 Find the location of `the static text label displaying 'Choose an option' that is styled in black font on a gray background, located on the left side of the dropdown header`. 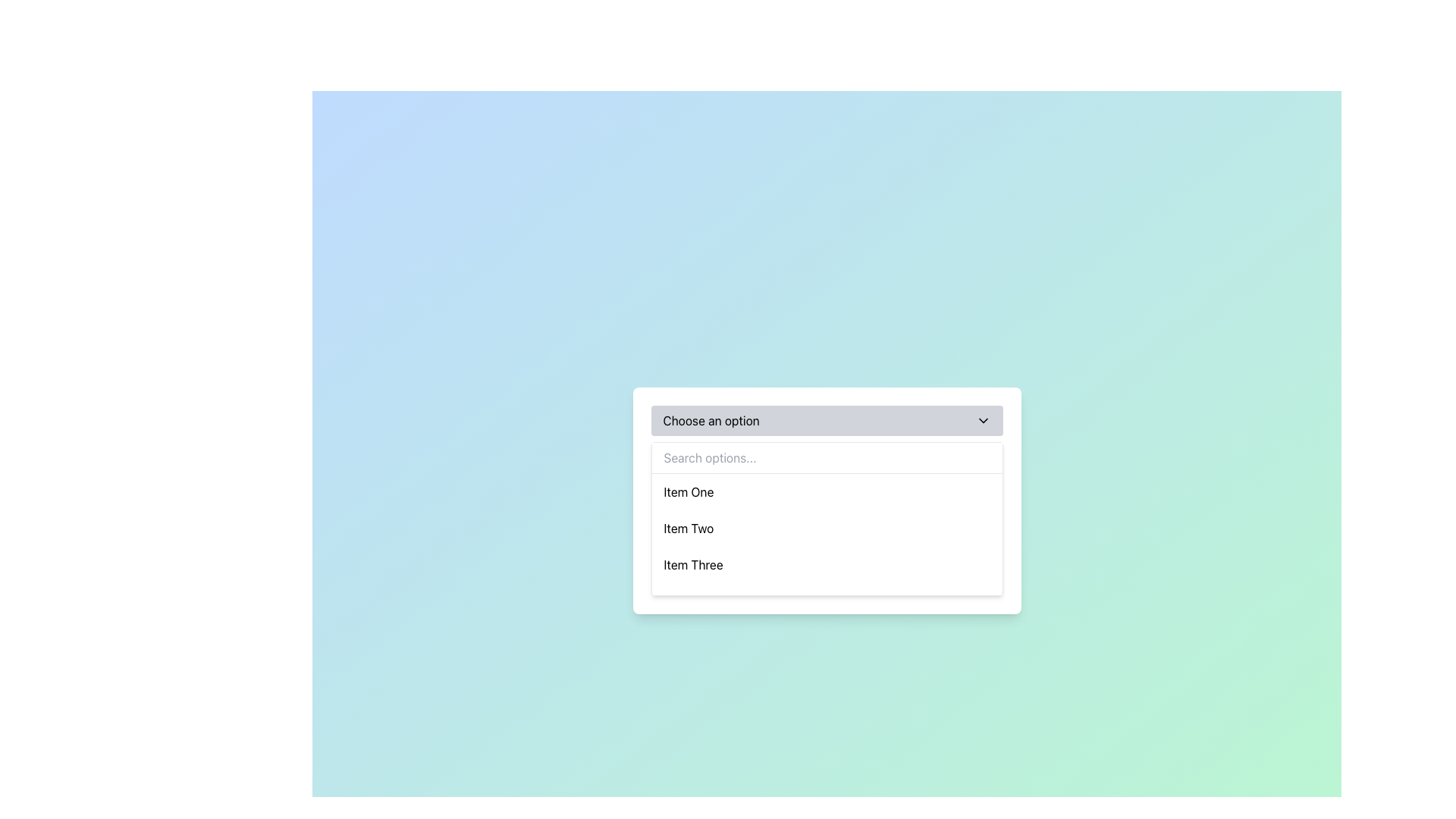

the static text label displaying 'Choose an option' that is styled in black font on a gray background, located on the left side of the dropdown header is located at coordinates (711, 420).